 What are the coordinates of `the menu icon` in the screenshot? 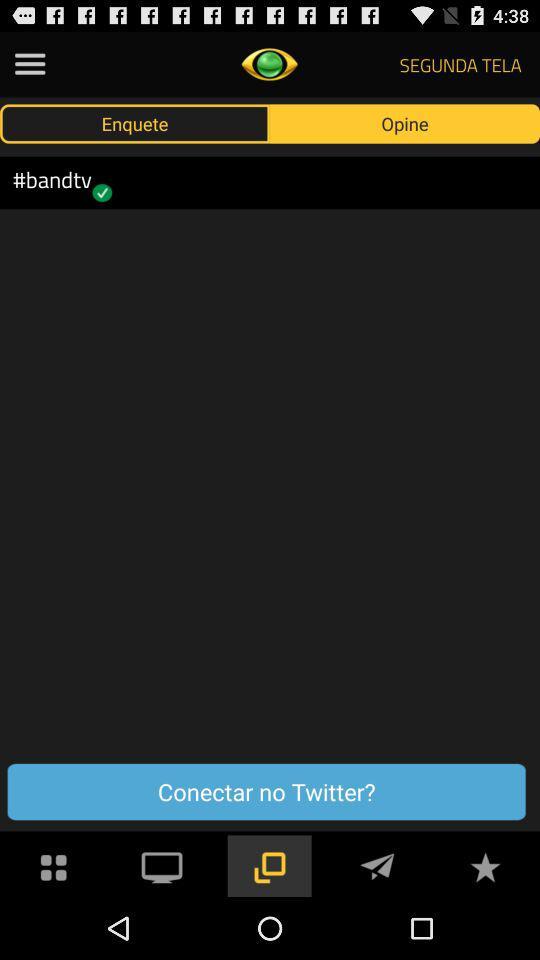 It's located at (29, 68).